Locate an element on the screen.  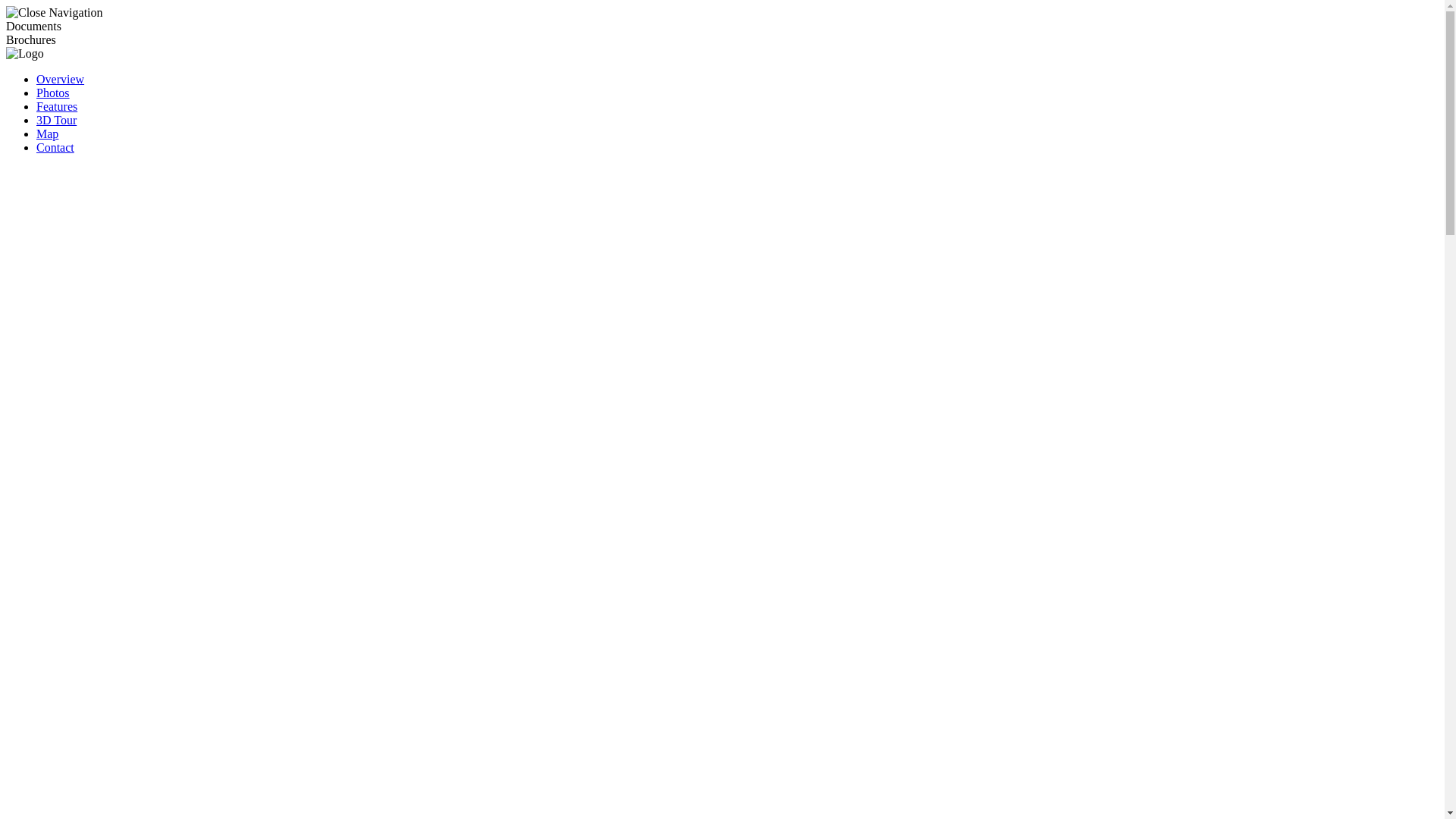
'3D Tour' is located at coordinates (56, 119).